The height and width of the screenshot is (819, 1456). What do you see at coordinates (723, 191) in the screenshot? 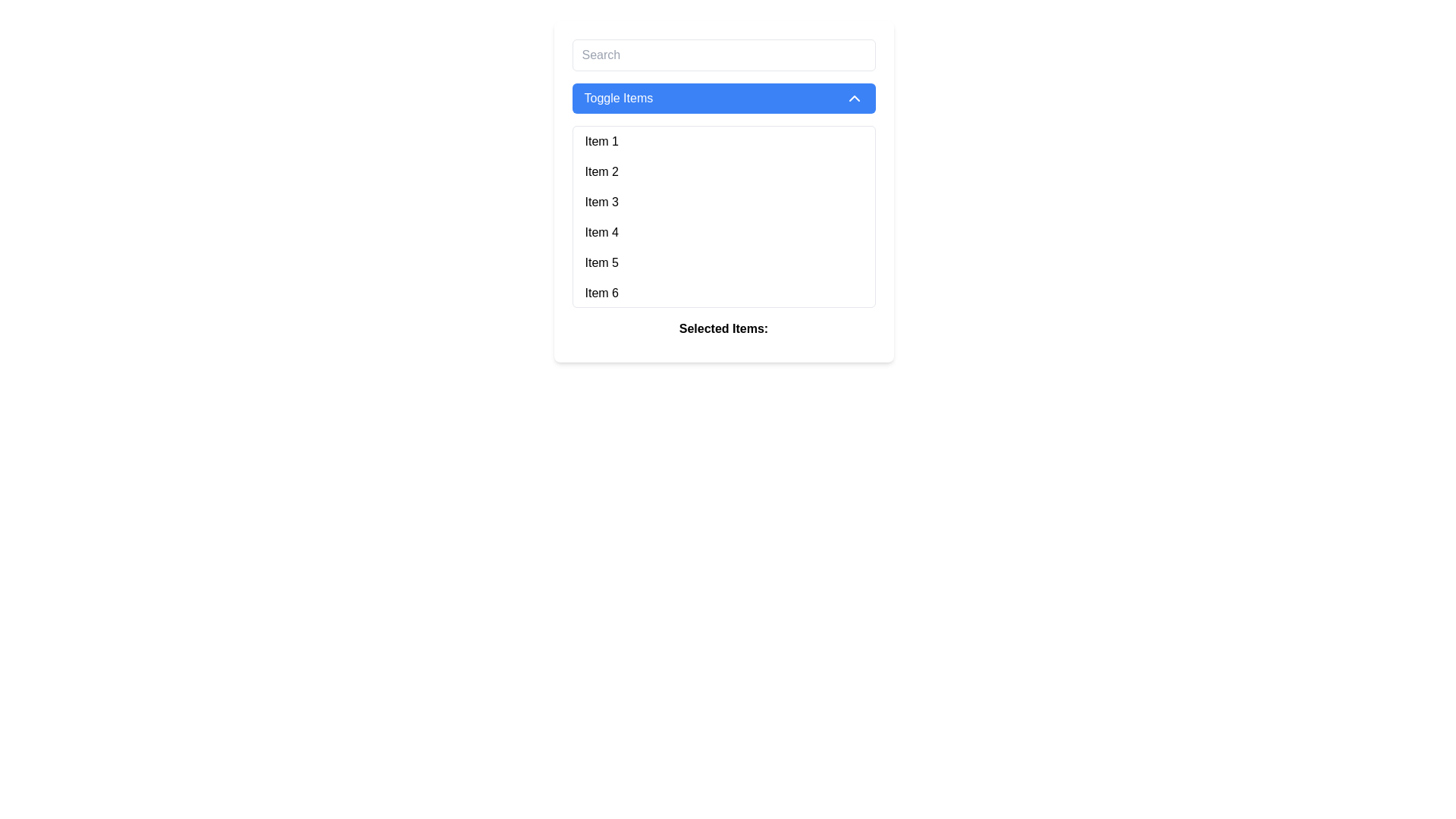
I see `the scroll view containing list items positioned below the 'Toggle Items' button` at bounding box center [723, 191].